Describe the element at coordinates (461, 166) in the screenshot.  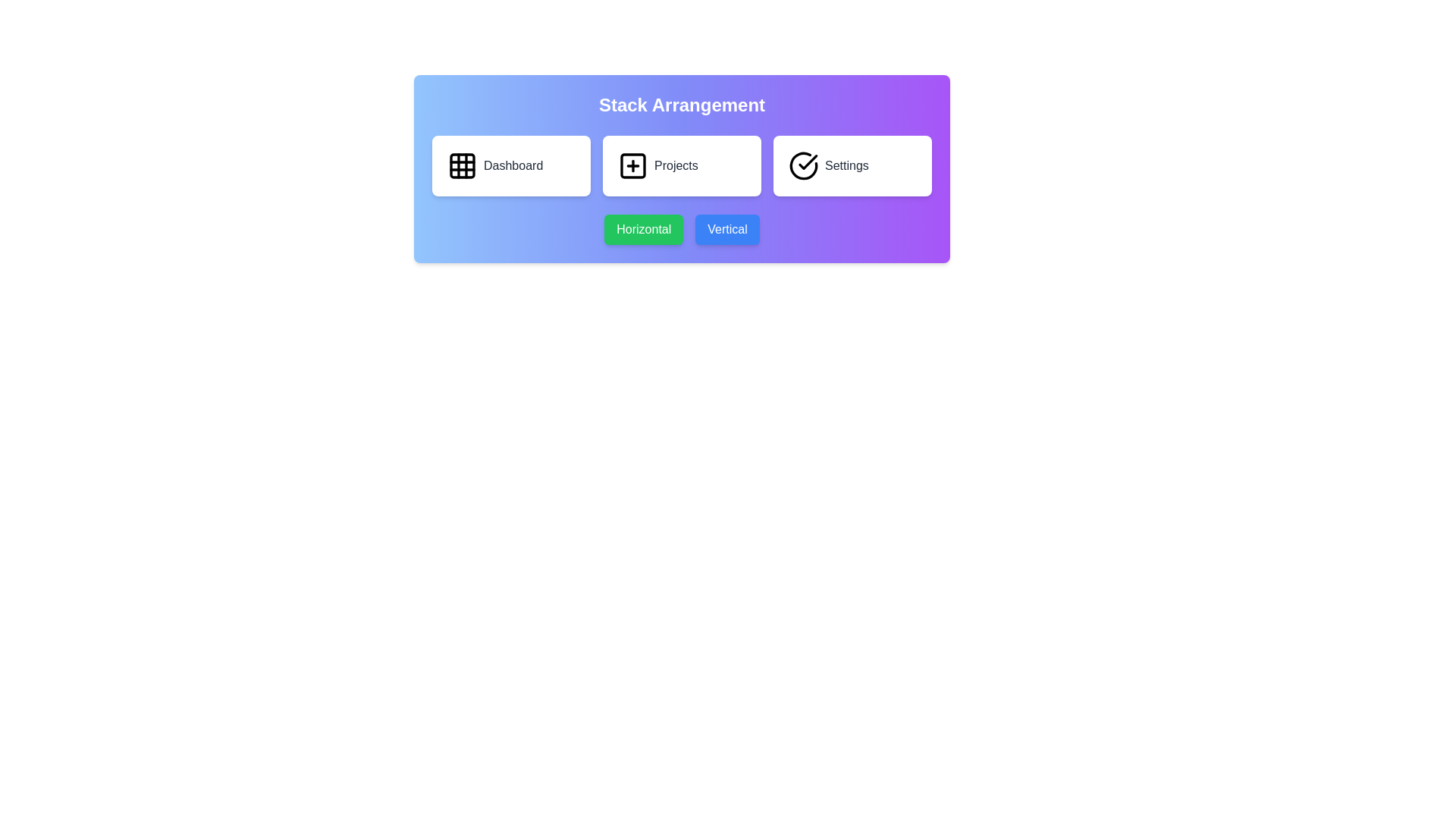
I see `the 'Dashboard' icon located at the leftmost position in the top row` at that location.